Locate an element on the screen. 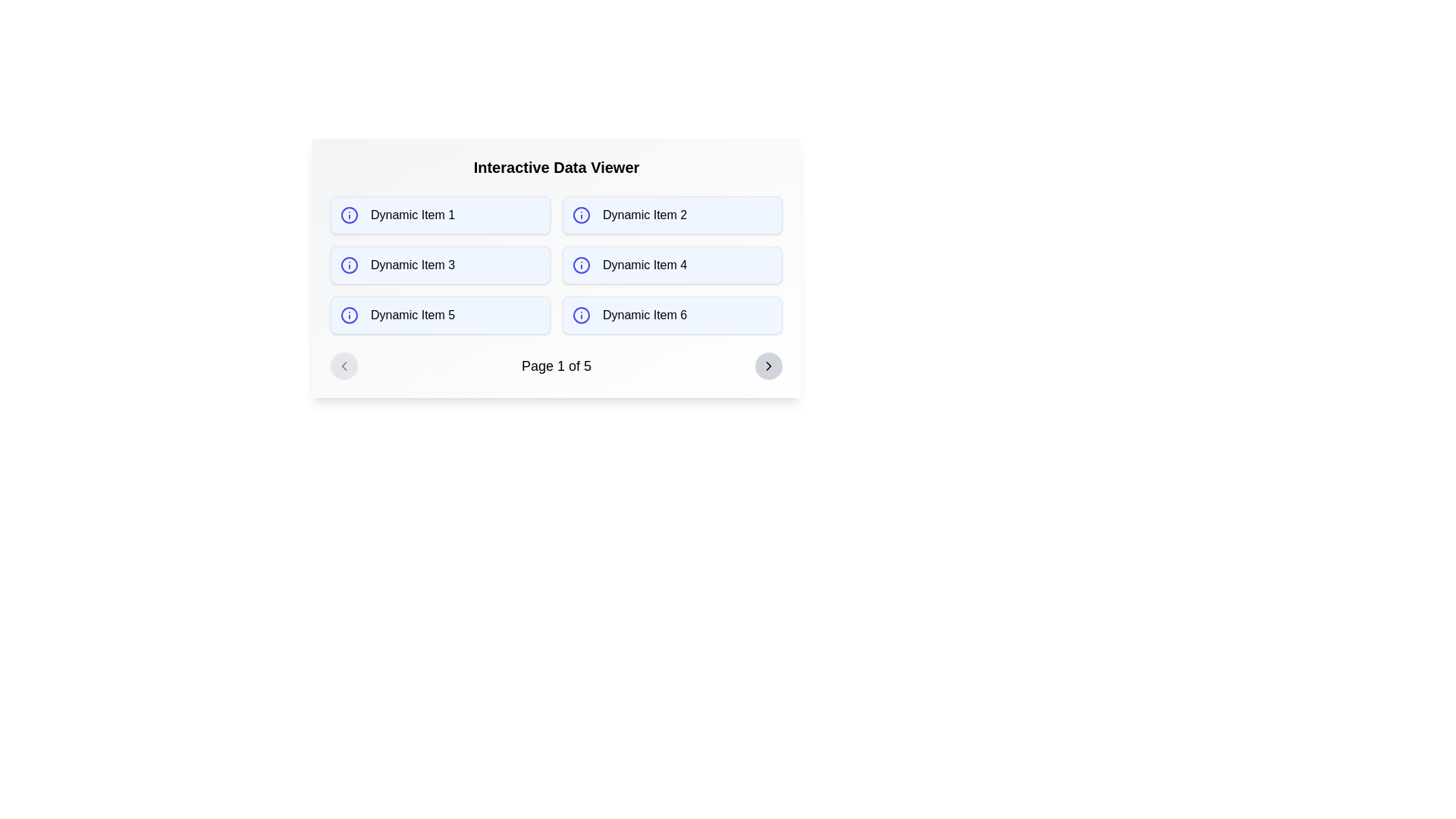 The width and height of the screenshot is (1456, 819). the leftward arrow icon within the circular button is located at coordinates (344, 366).